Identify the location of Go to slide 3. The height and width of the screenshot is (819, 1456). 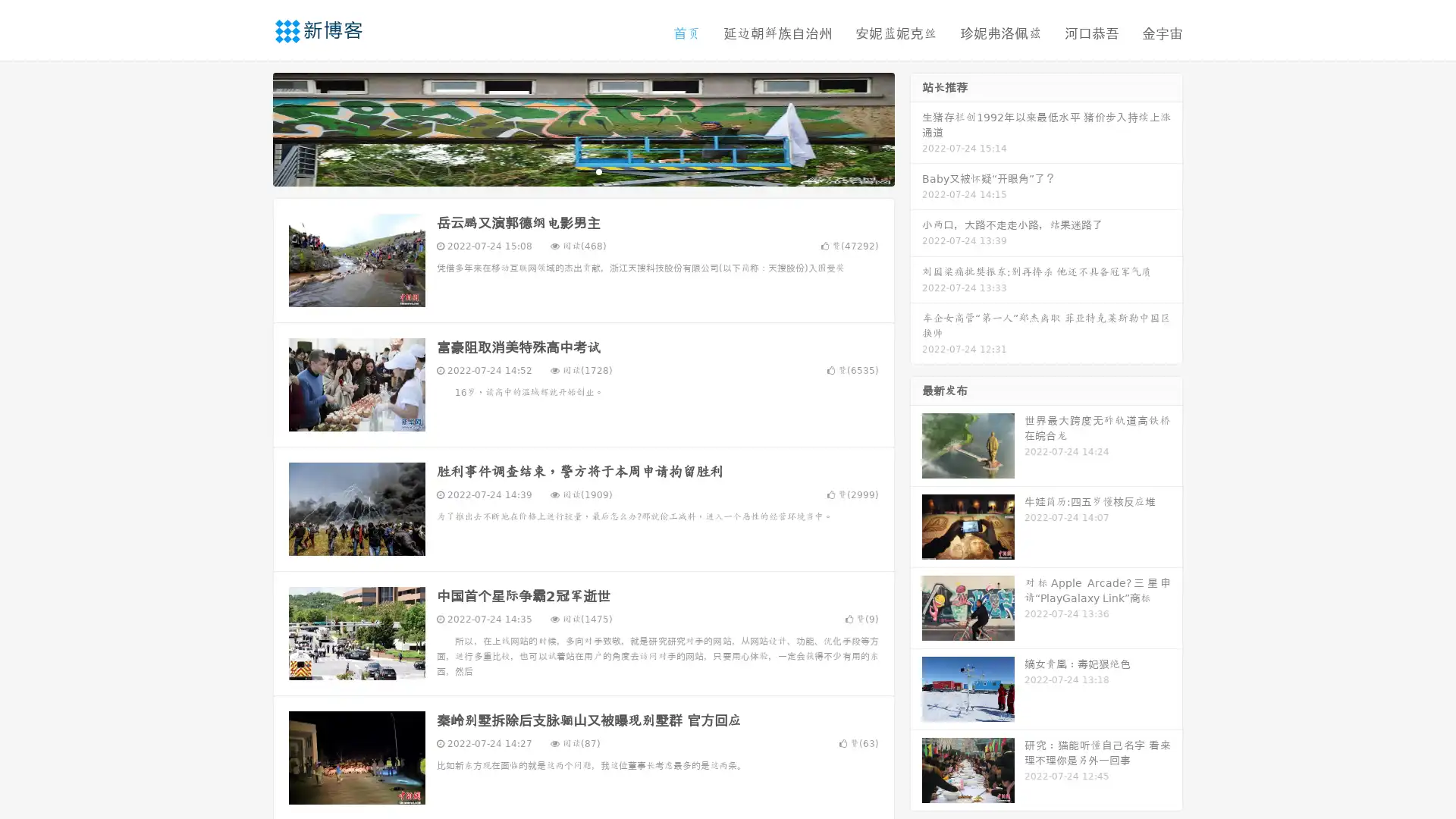
(598, 171).